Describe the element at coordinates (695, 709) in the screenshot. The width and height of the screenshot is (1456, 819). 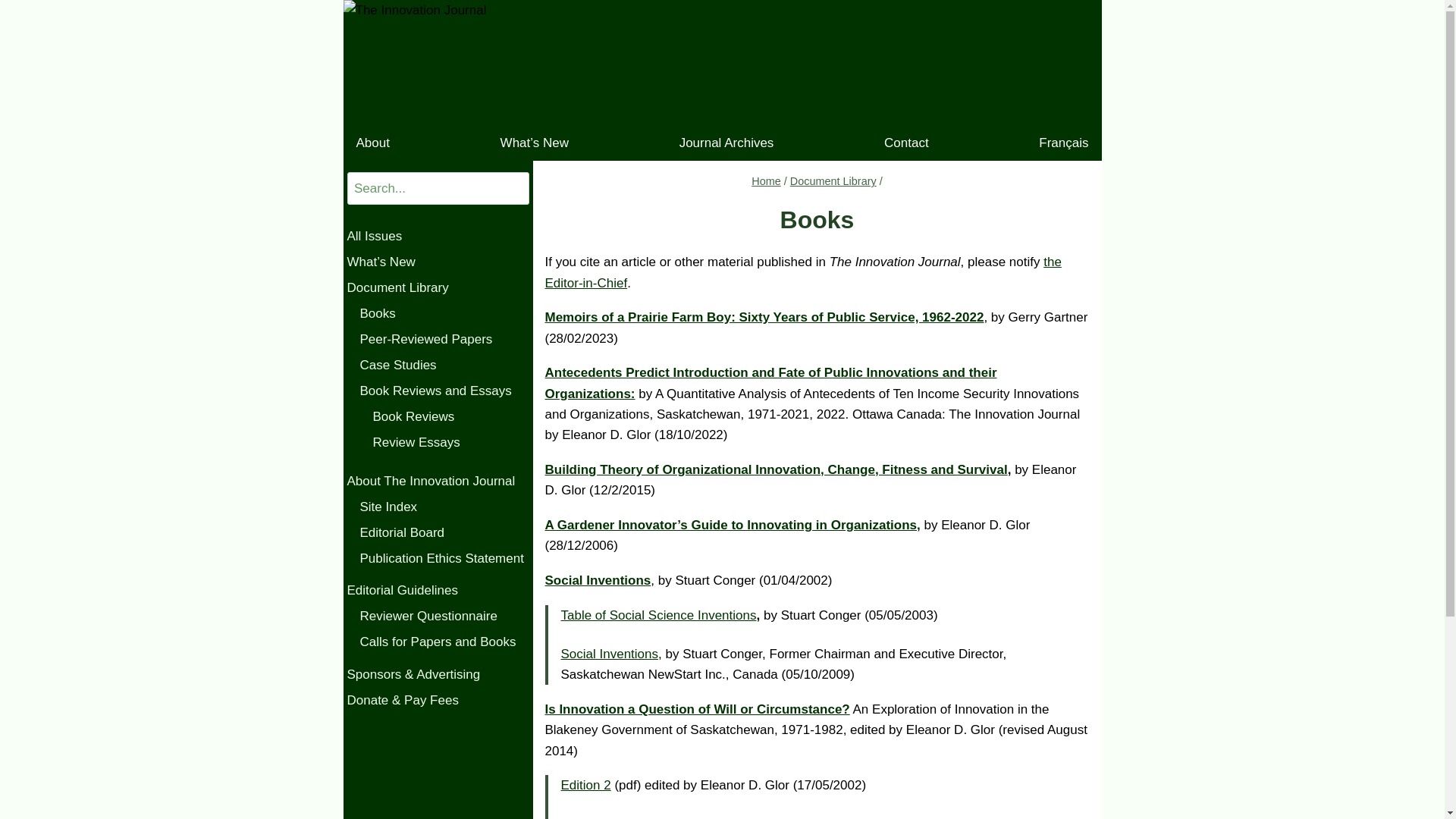
I see `'Is Innovation a Question of Will or Circumstance?'` at that location.